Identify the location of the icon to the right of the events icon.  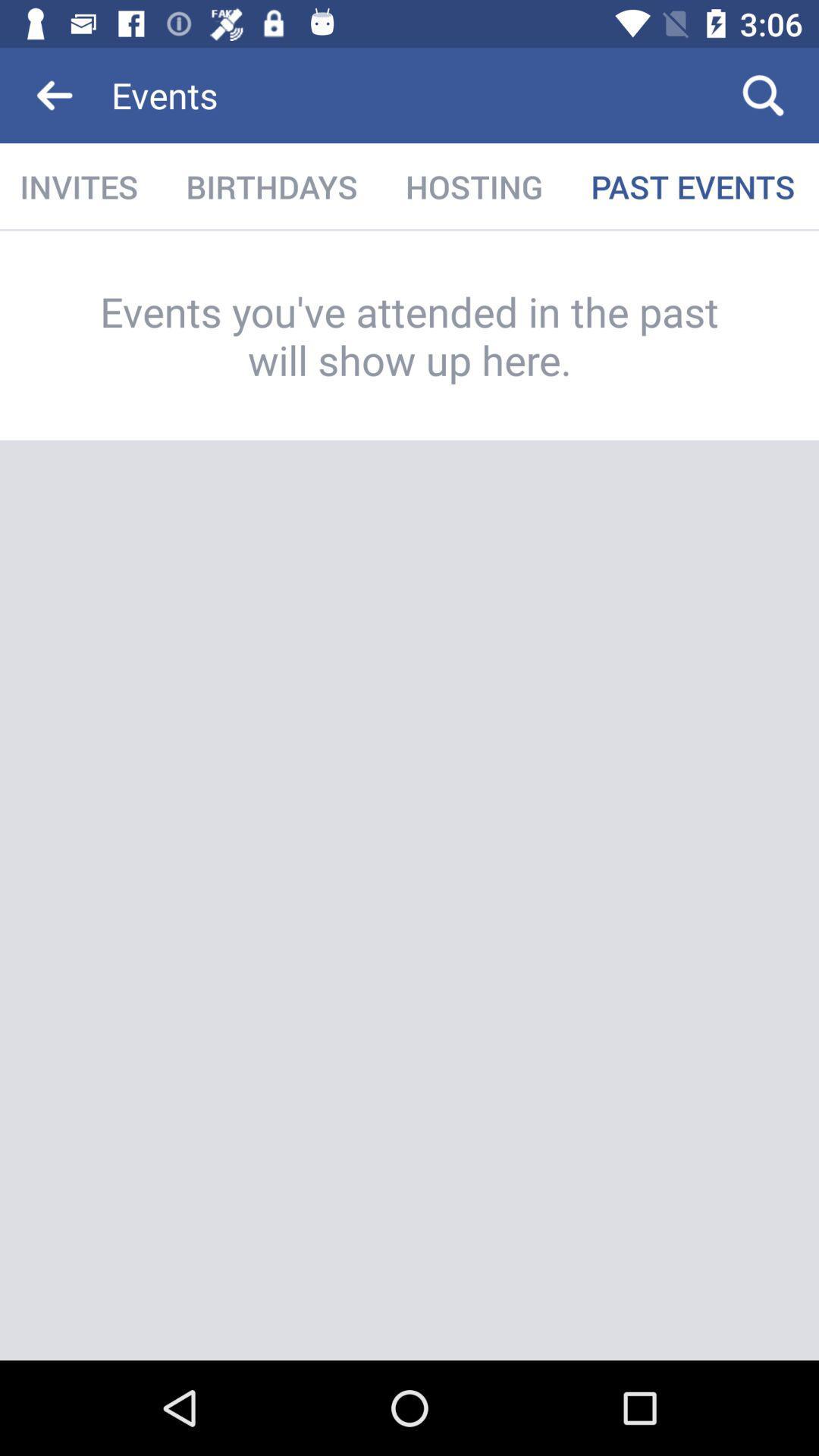
(763, 94).